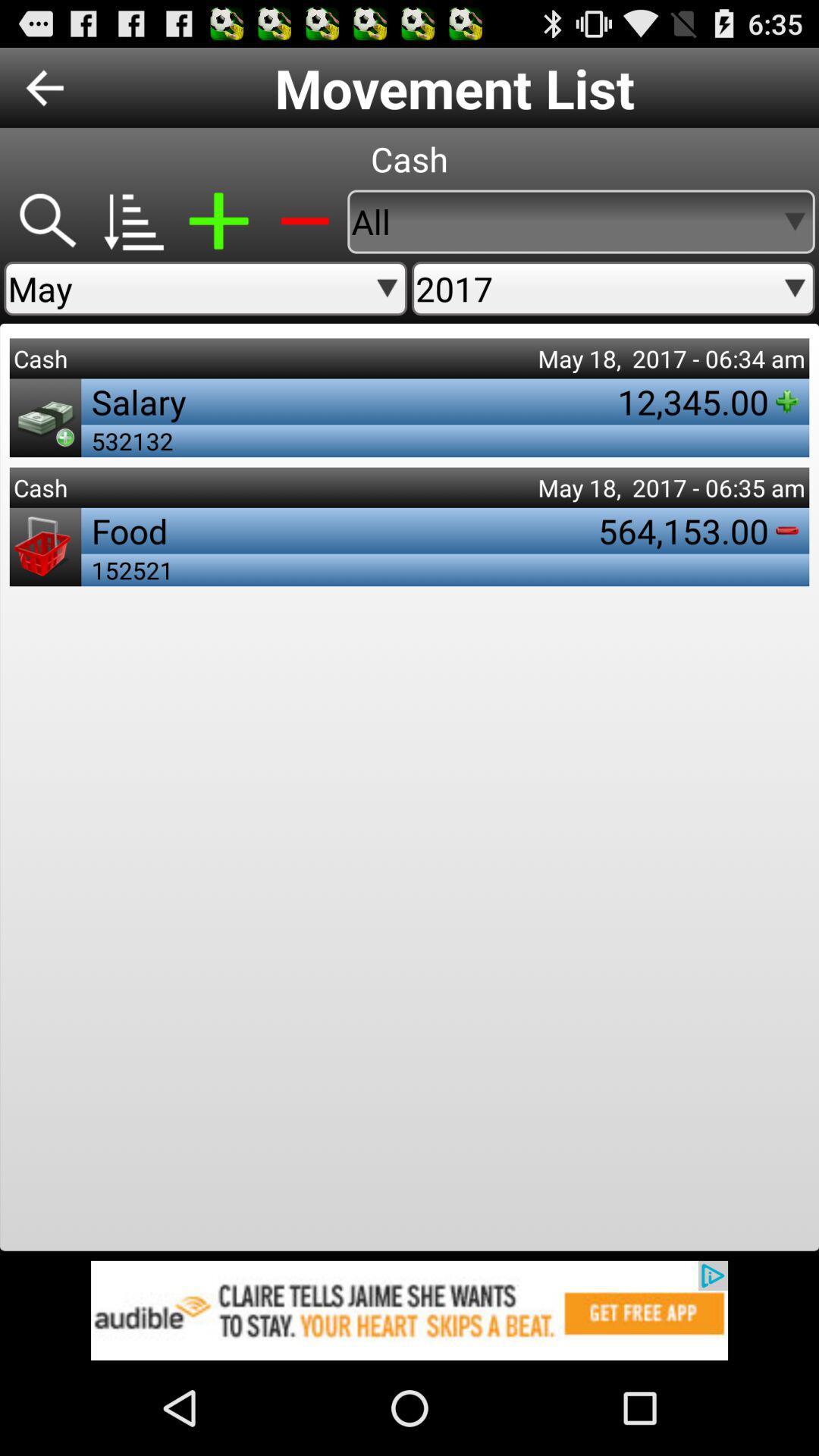  What do you see at coordinates (409, 1310) in the screenshot?
I see `open an advertisement` at bounding box center [409, 1310].